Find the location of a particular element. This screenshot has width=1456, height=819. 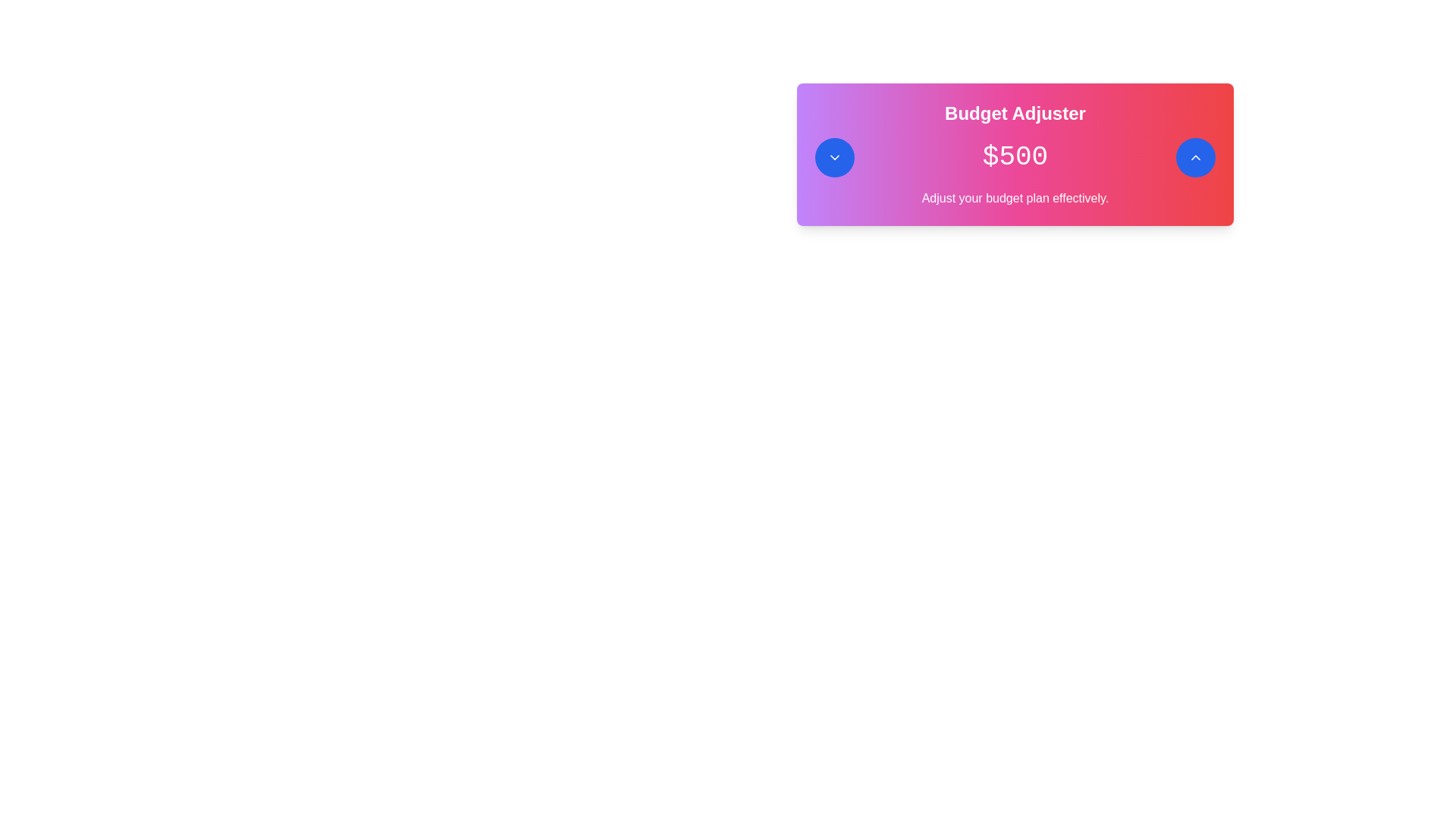

the text label that provides context for budgeting operations, located beneath the 'Budget Adjuster' heading and the value '$500' is located at coordinates (1015, 198).